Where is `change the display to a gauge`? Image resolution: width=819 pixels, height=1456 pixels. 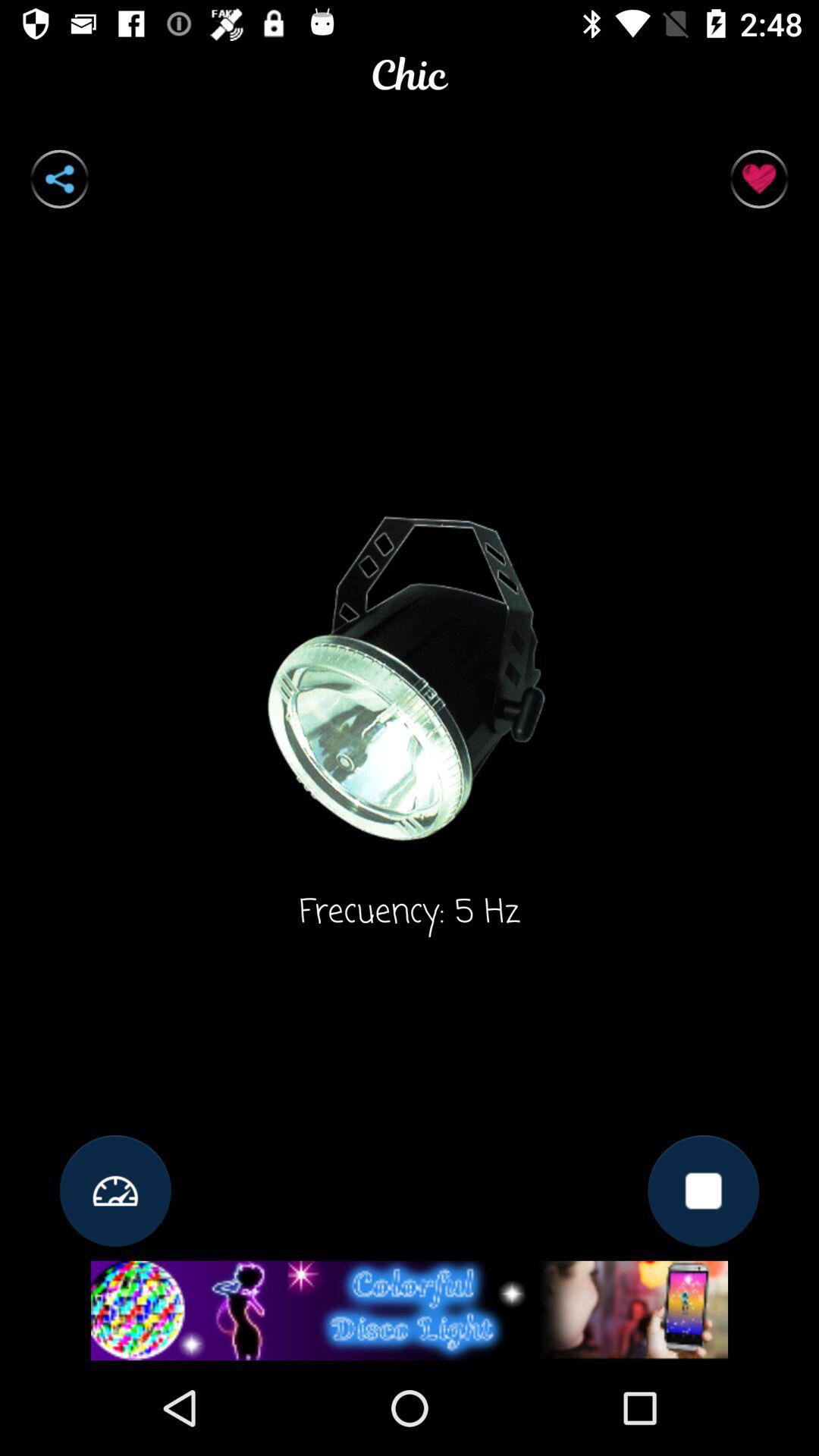 change the display to a gauge is located at coordinates (115, 1190).